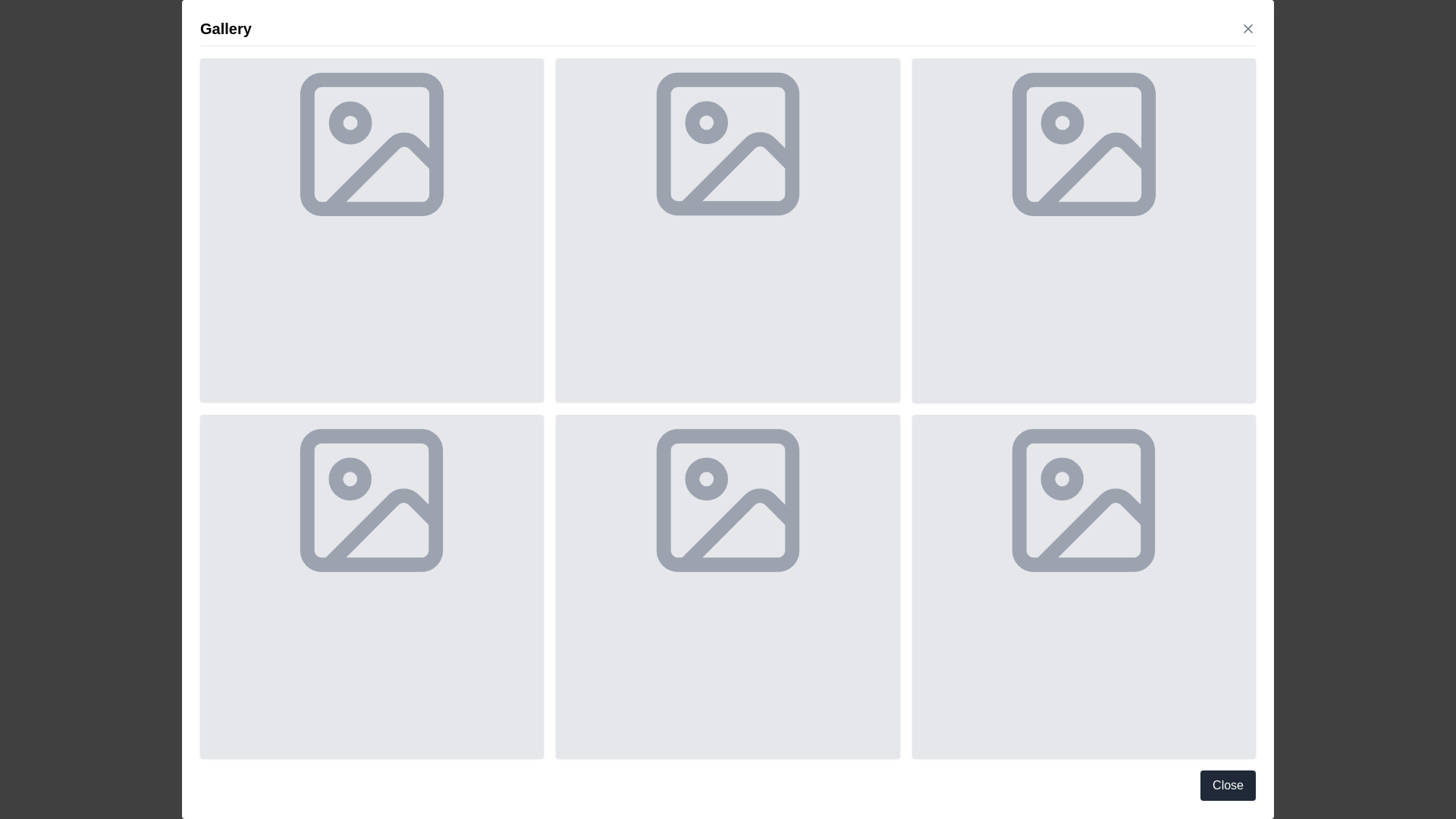 The height and width of the screenshot is (819, 1456). Describe the element at coordinates (224, 29) in the screenshot. I see `header element displaying the text 'Gallery' in bold at the top-left corner of the grid interface` at that location.